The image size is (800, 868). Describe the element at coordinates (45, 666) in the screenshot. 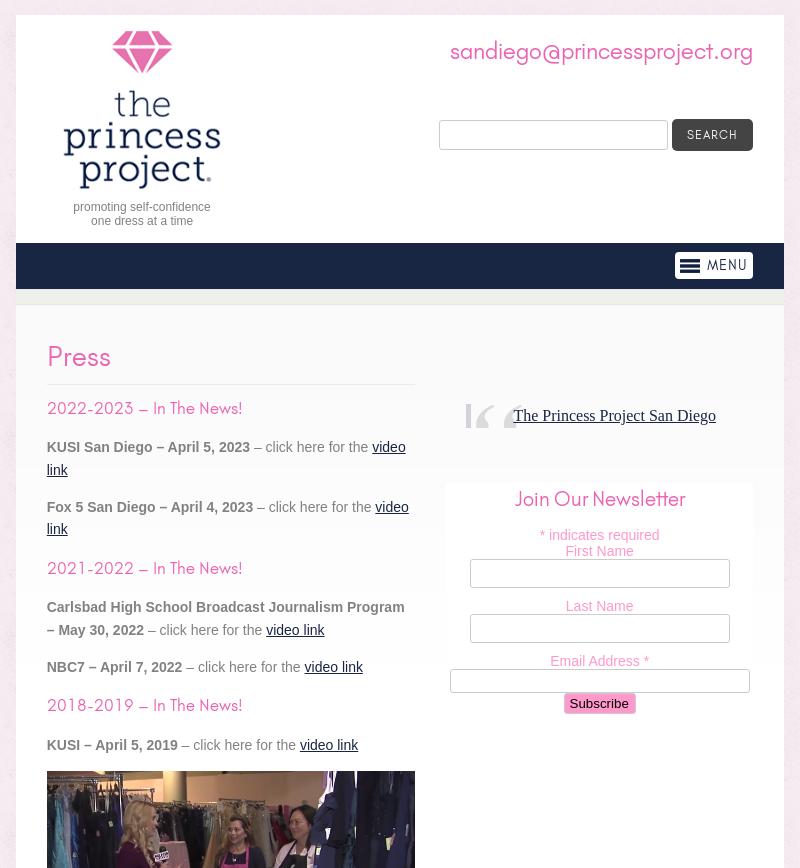

I see `'NBC7 – April 7, 2022'` at that location.